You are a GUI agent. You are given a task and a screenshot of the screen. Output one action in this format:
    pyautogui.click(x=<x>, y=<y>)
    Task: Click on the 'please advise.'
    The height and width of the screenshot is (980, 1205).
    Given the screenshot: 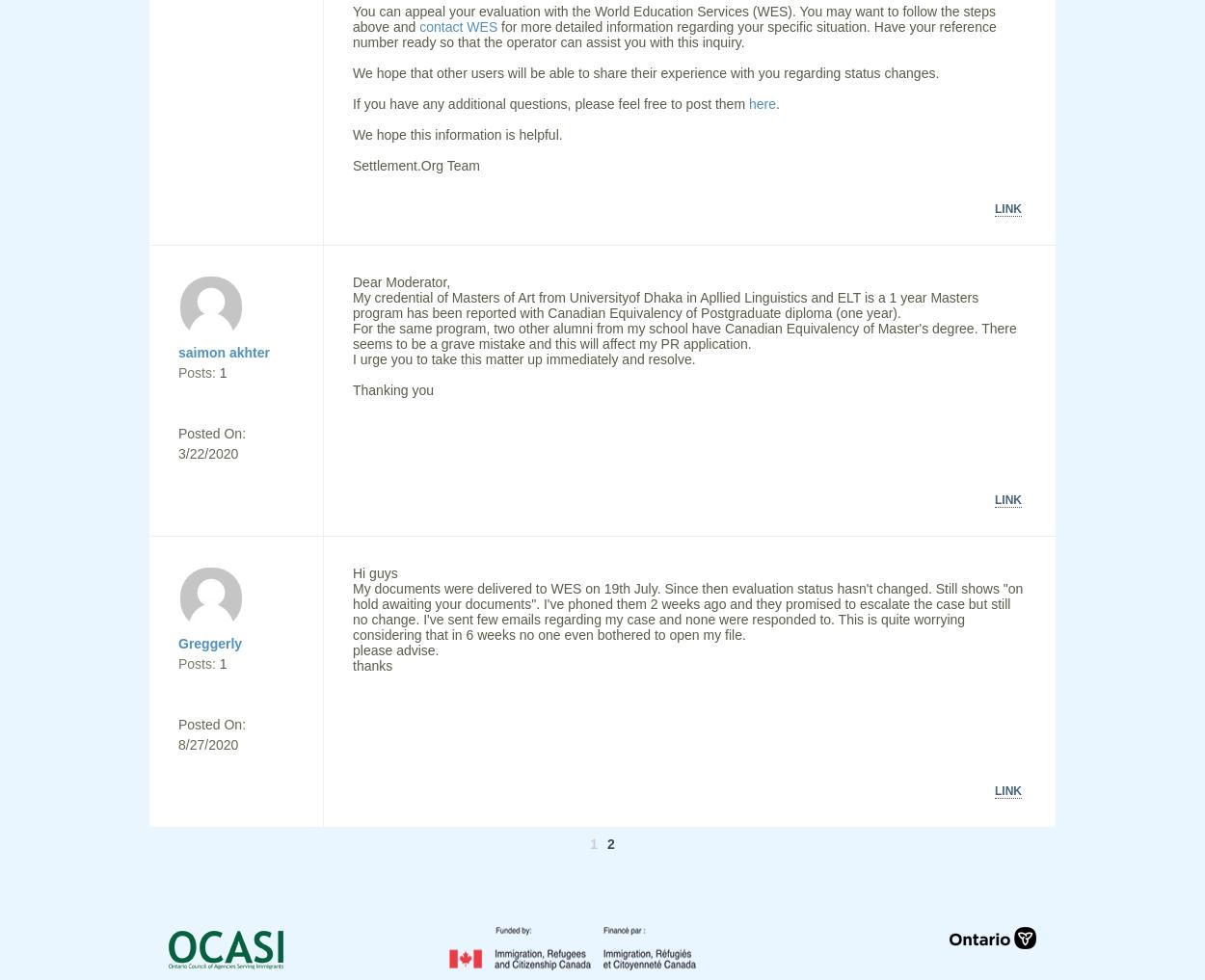 What is the action you would take?
    pyautogui.click(x=352, y=649)
    